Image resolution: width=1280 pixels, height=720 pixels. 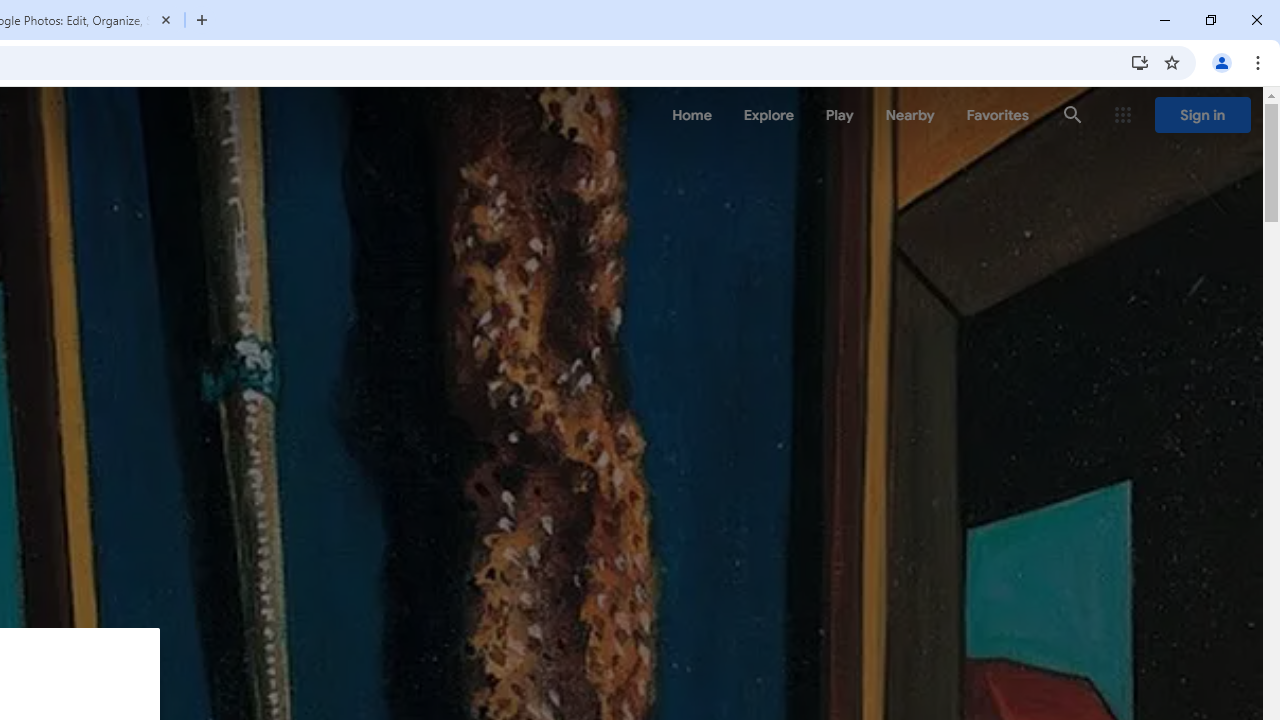 I want to click on 'Home', so click(x=691, y=115).